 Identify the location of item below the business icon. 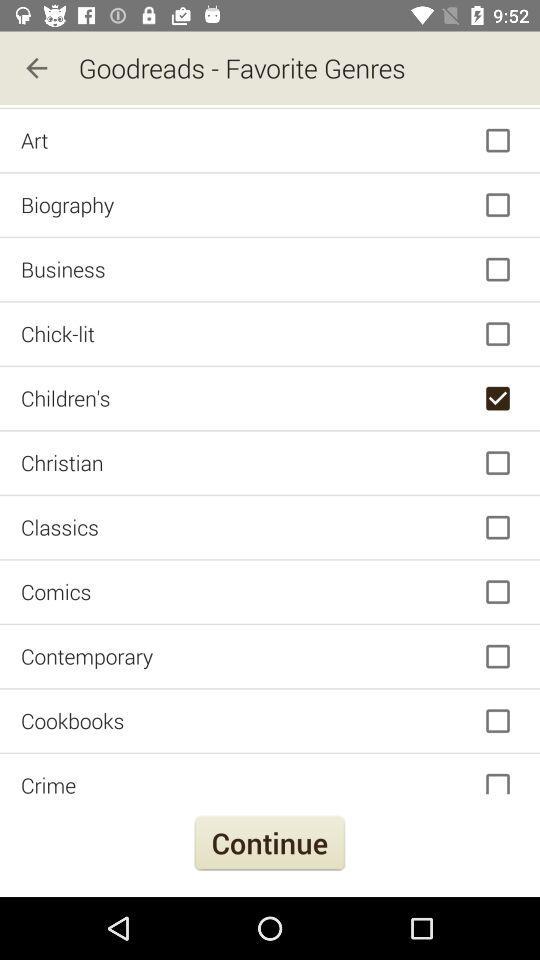
(270, 334).